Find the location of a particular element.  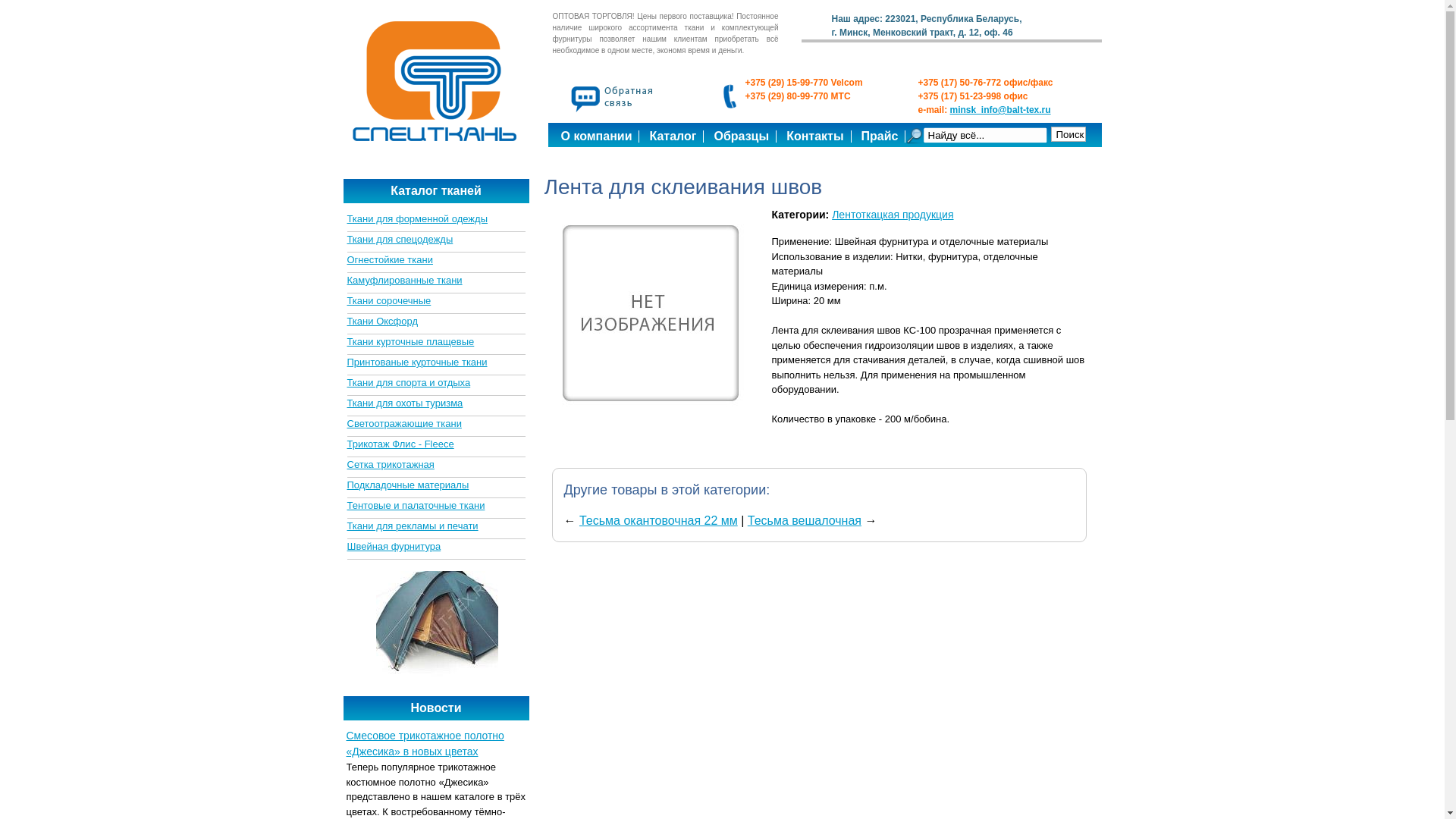

'minsk_info@balt-tex.ru' is located at coordinates (1000, 109).